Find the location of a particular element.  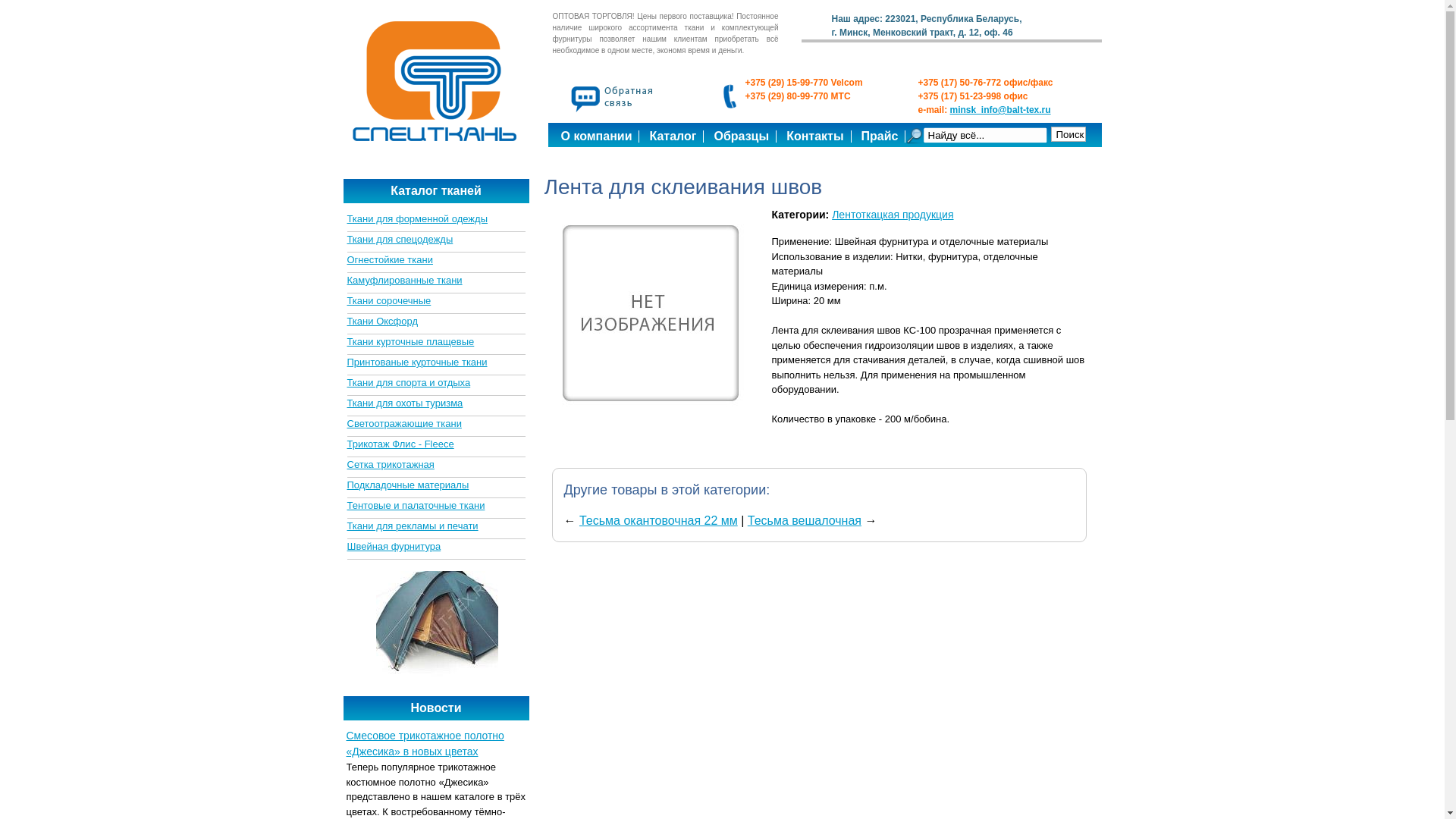

'minsk_info@balt-tex.ru' is located at coordinates (1000, 109).